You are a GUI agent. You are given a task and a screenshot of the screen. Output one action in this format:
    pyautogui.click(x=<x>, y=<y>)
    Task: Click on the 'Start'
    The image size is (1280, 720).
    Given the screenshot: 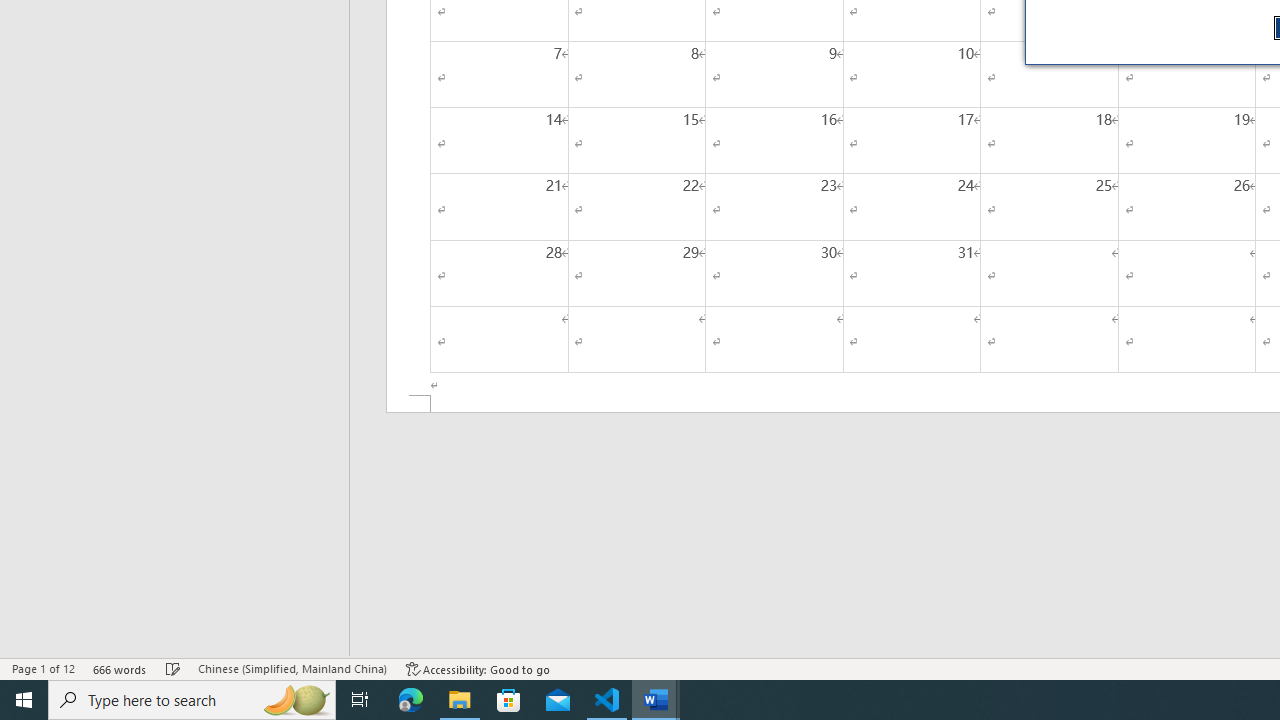 What is the action you would take?
    pyautogui.click(x=24, y=698)
    